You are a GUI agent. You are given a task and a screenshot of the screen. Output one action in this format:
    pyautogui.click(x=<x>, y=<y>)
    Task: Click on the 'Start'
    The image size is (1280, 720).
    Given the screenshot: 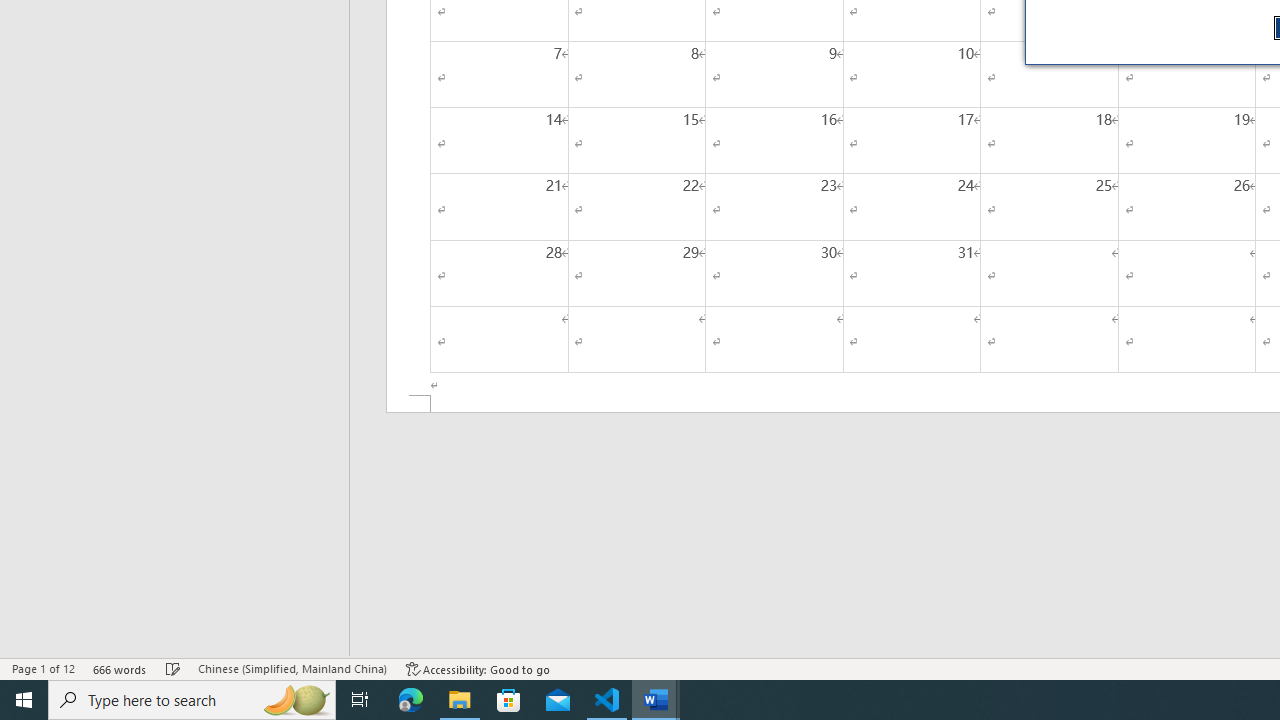 What is the action you would take?
    pyautogui.click(x=24, y=698)
    